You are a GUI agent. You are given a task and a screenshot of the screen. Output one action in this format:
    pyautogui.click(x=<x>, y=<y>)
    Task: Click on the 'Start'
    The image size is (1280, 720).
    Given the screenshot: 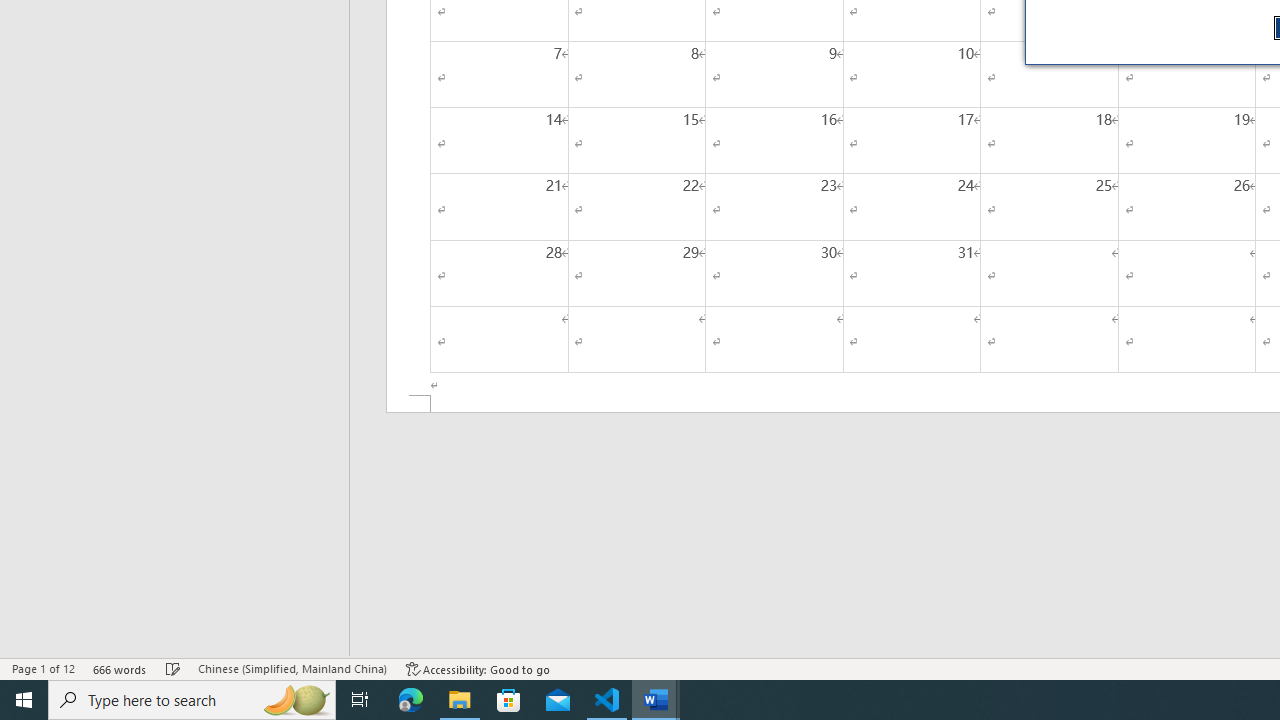 What is the action you would take?
    pyautogui.click(x=24, y=698)
    